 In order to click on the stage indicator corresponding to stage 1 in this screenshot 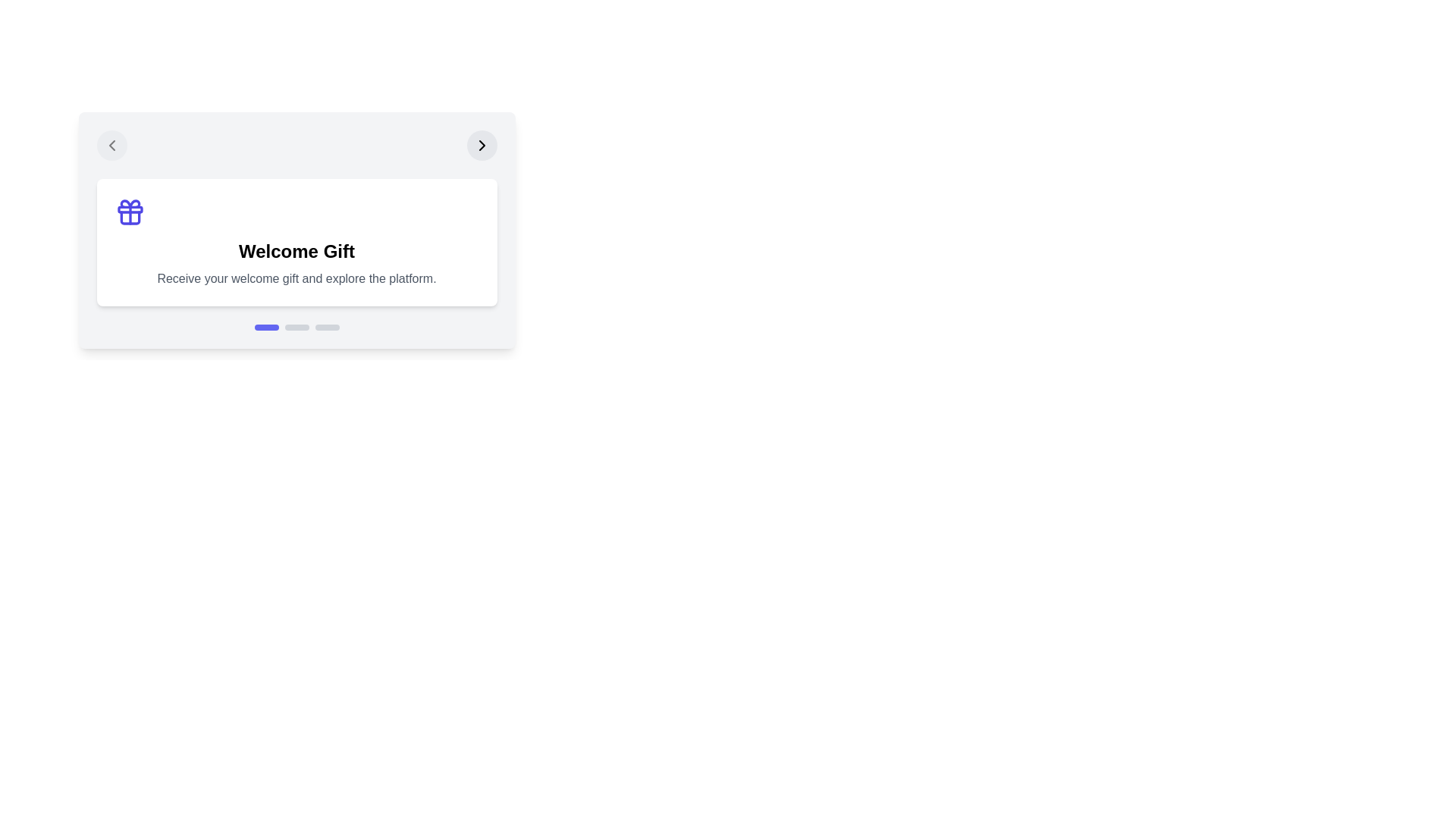, I will do `click(266, 327)`.